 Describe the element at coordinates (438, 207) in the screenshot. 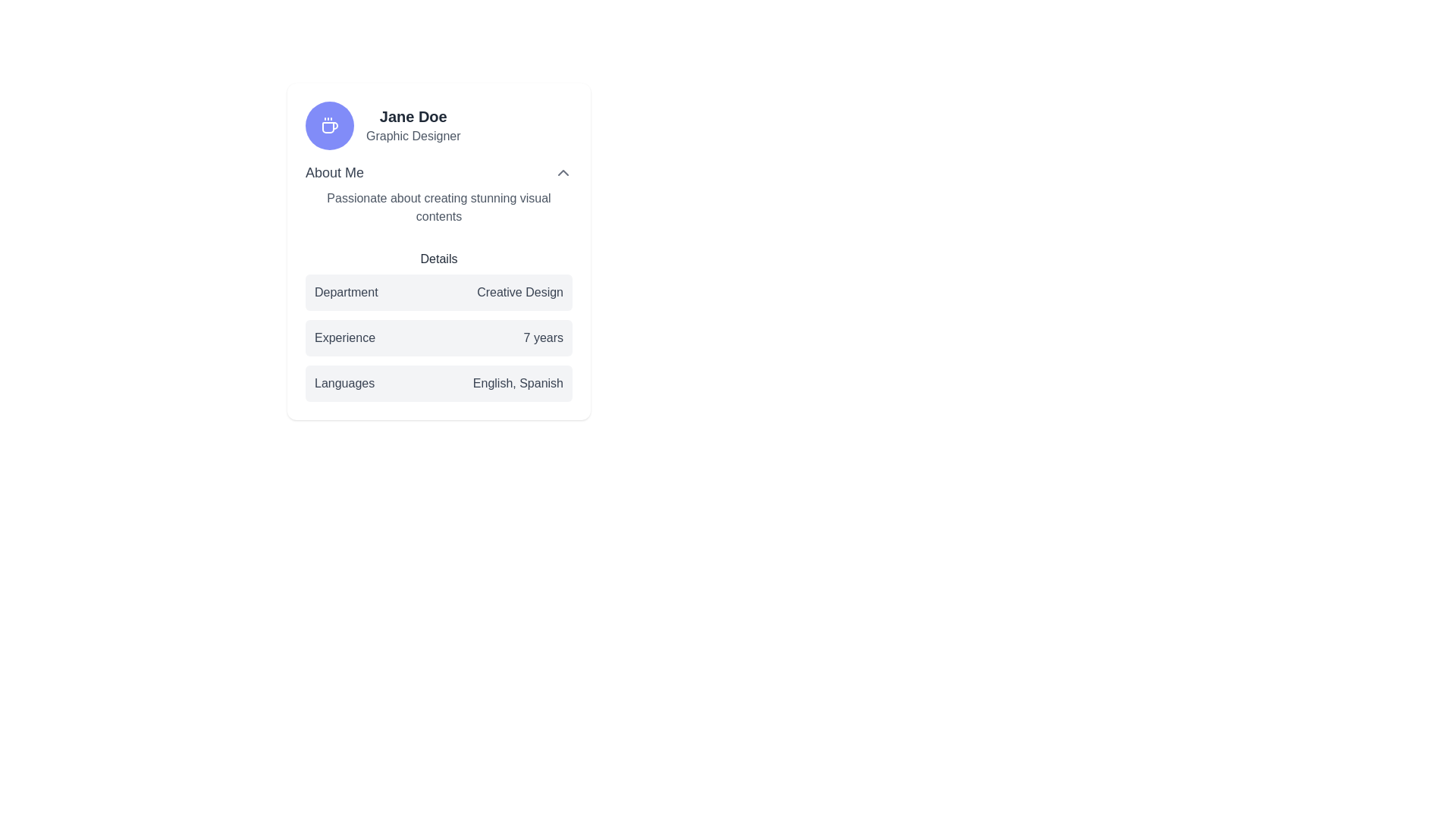

I see `text content of the Text display component located below the 'About Me' heading, which provides descriptive information about the user's interests or expertise` at that location.